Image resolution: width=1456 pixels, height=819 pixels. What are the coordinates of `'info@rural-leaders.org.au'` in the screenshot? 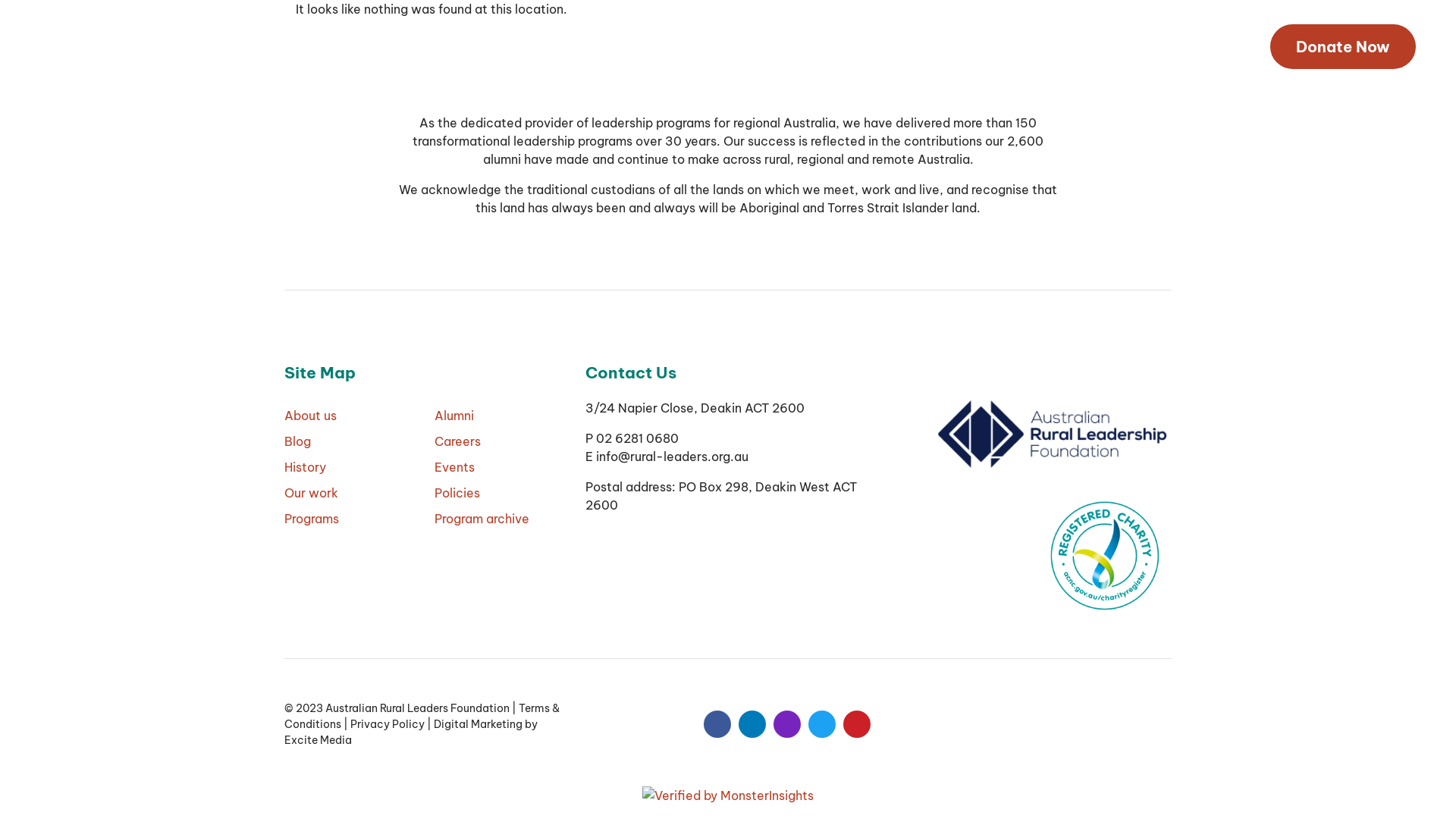 It's located at (671, 455).